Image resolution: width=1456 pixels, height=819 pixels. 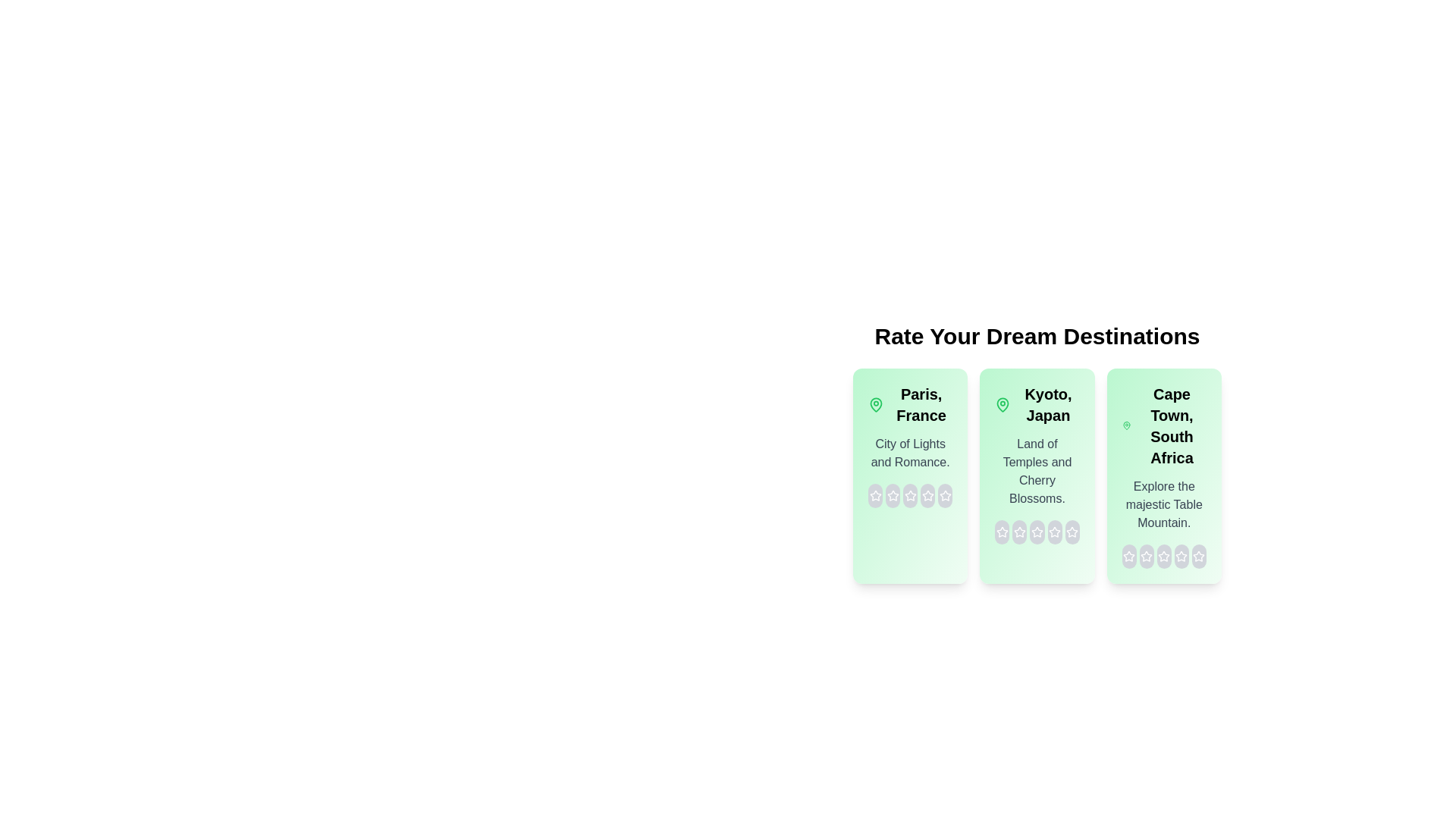 What do you see at coordinates (875, 496) in the screenshot?
I see `the rating for a destination to 1 stars` at bounding box center [875, 496].